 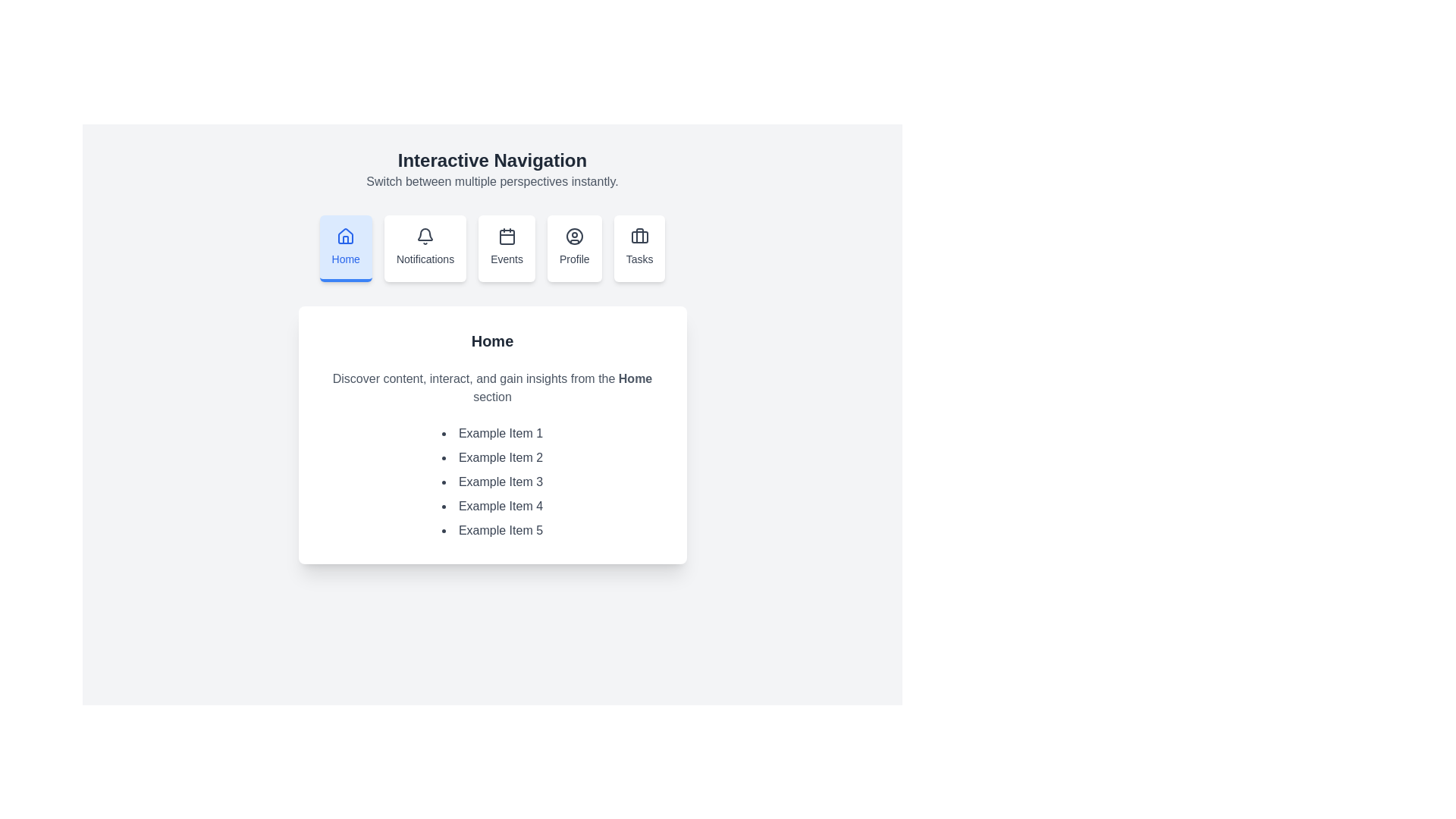 I want to click on the thin rectangle with rounded corners that represents the handle of the briefcase icon in the 'Tasks' tab located in the top navigation bar, so click(x=639, y=237).